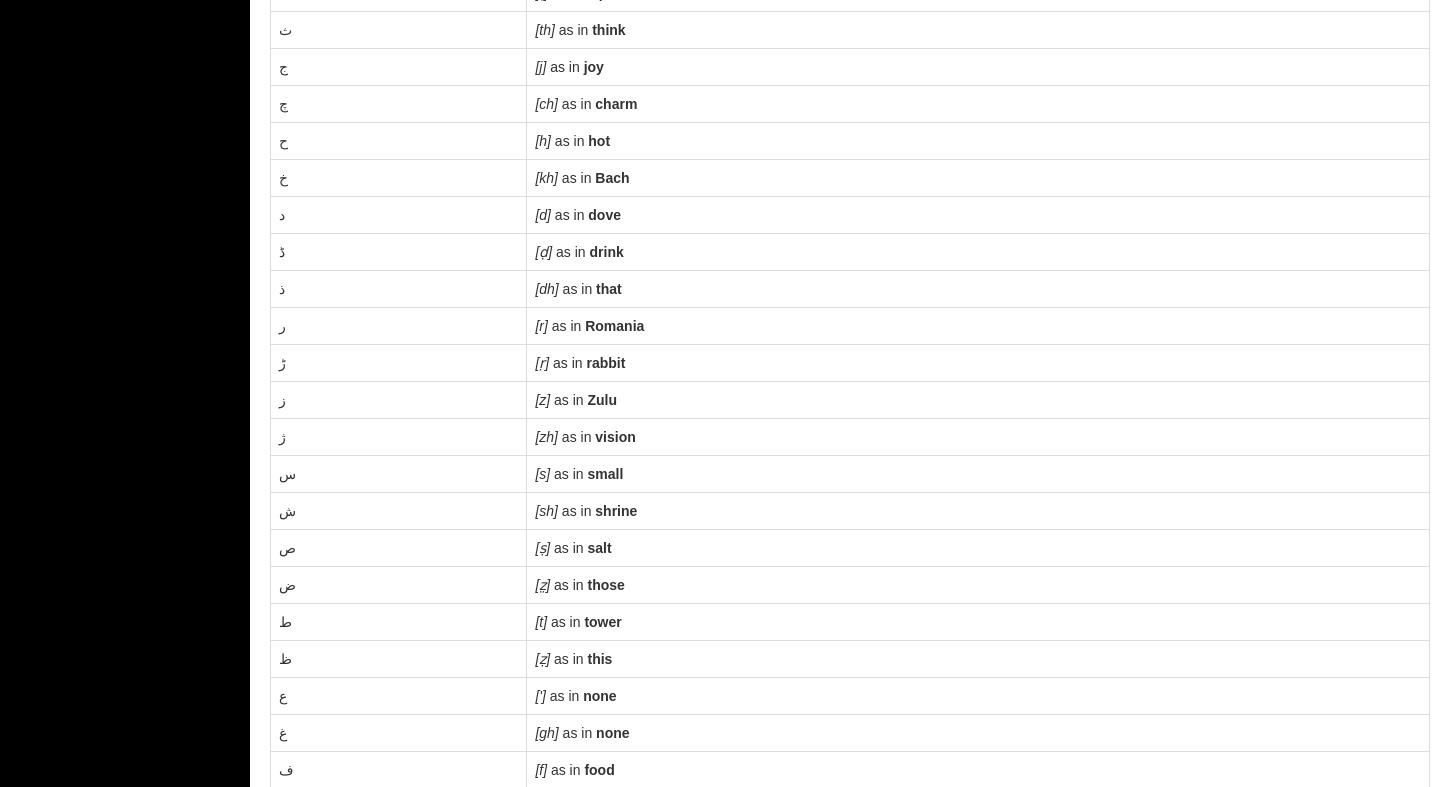  I want to click on '[ṣ]', so click(542, 546).